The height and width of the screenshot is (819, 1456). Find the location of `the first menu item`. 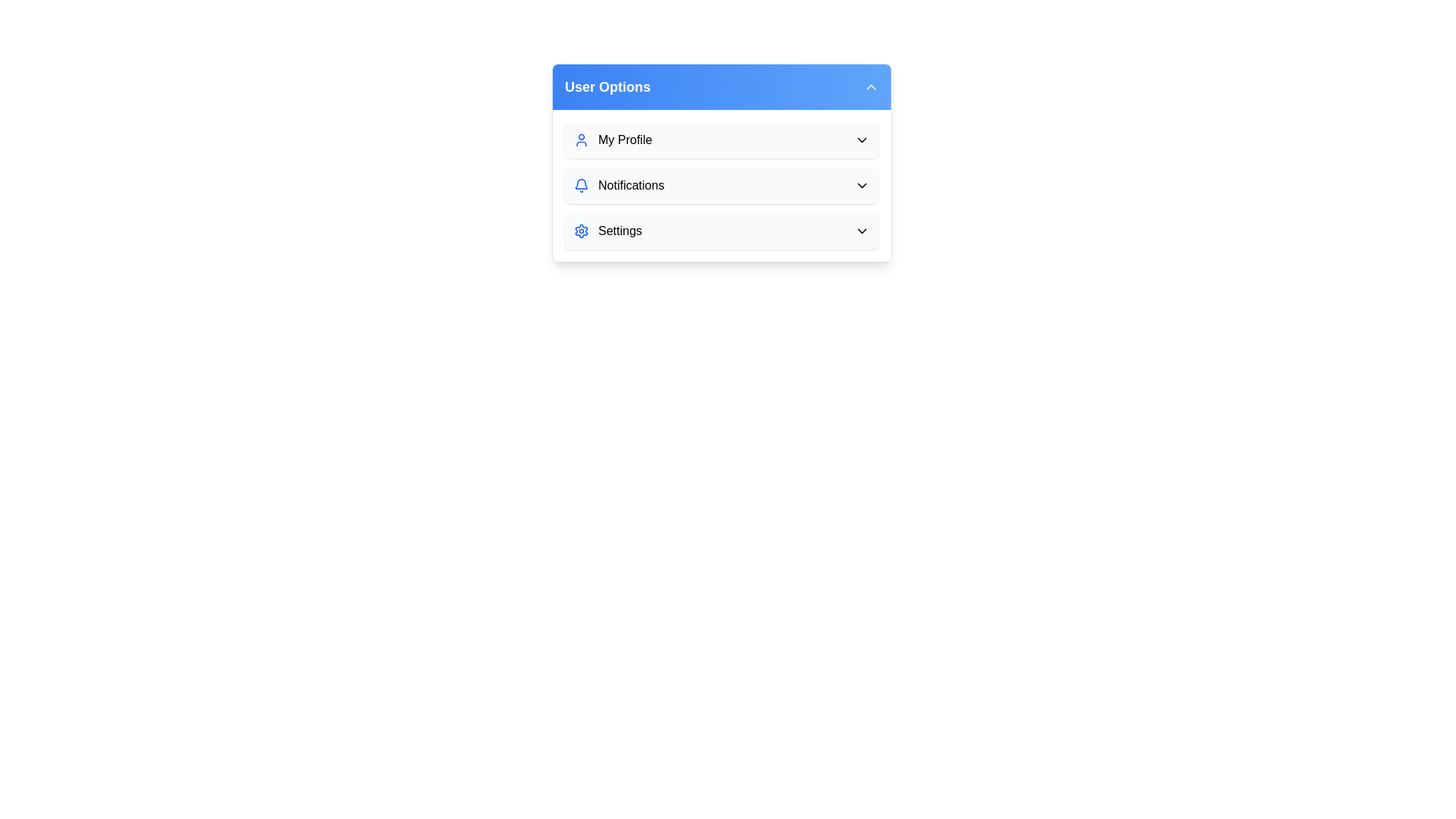

the first menu item is located at coordinates (720, 140).